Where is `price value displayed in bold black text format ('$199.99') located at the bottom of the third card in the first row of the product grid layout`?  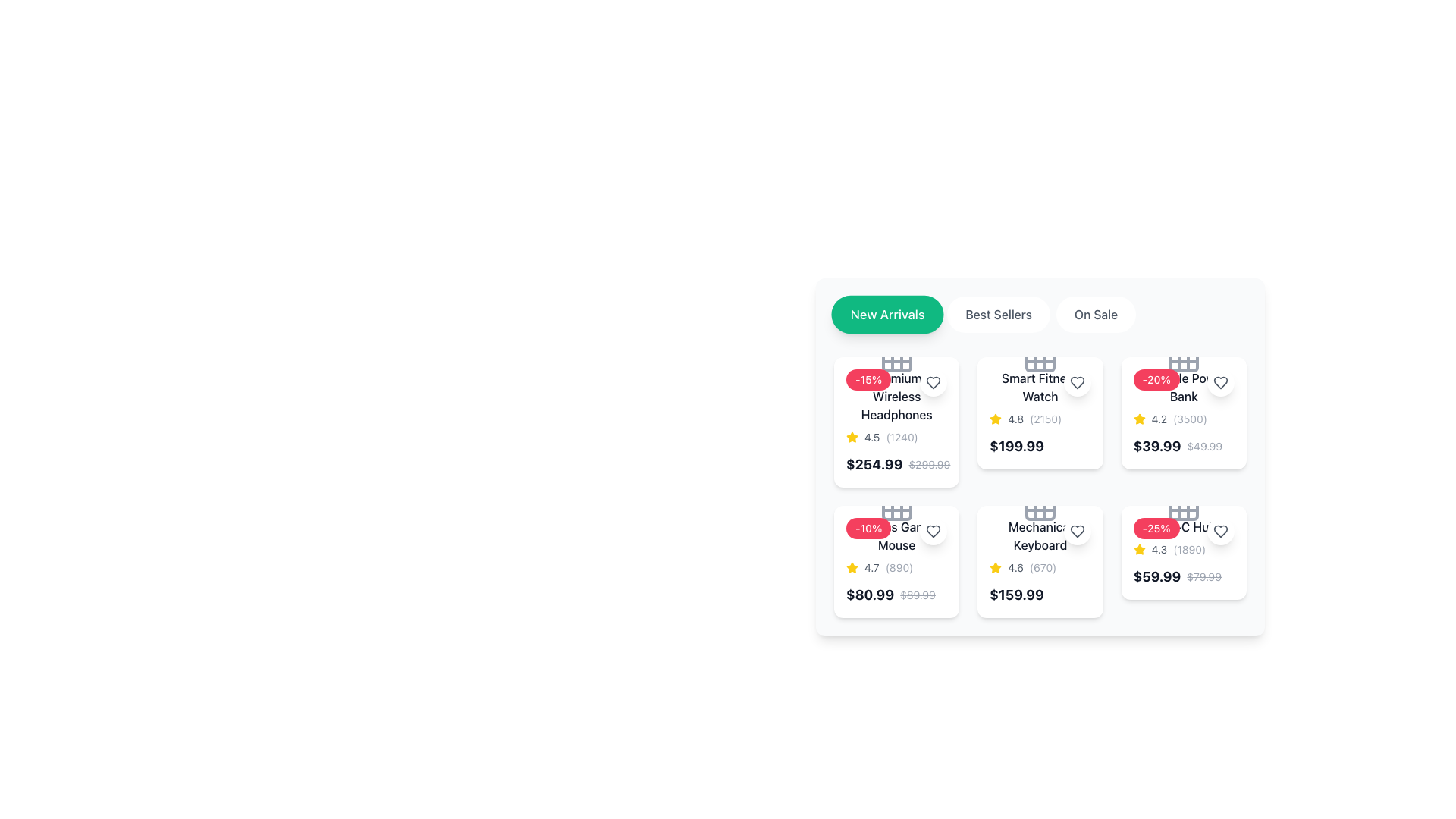
price value displayed in bold black text format ('$199.99') located at the bottom of the third card in the first row of the product grid layout is located at coordinates (1040, 446).